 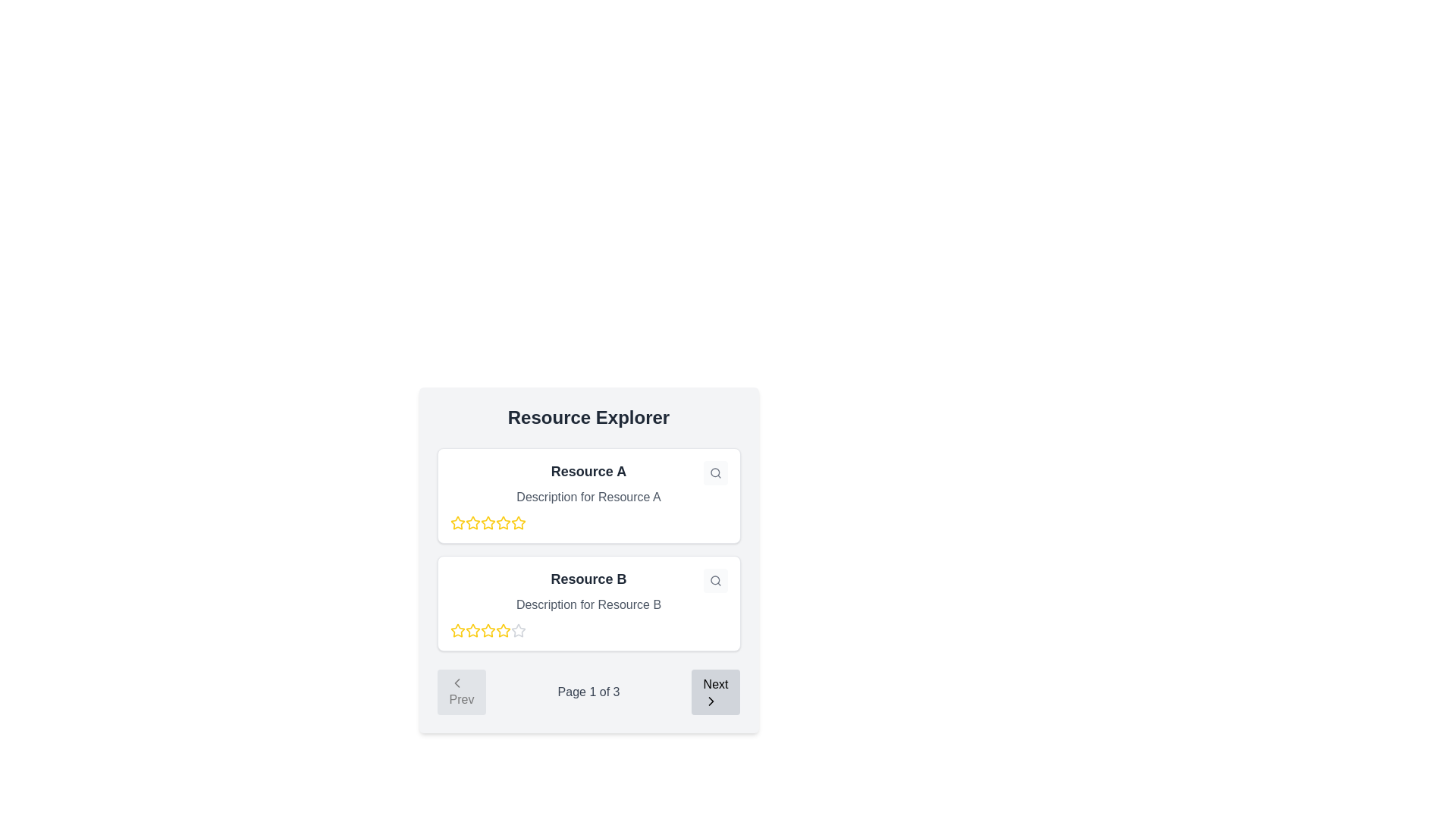 I want to click on the first star in the rating section for 'Resource B' located in the second row of the resource explorer, so click(x=457, y=631).